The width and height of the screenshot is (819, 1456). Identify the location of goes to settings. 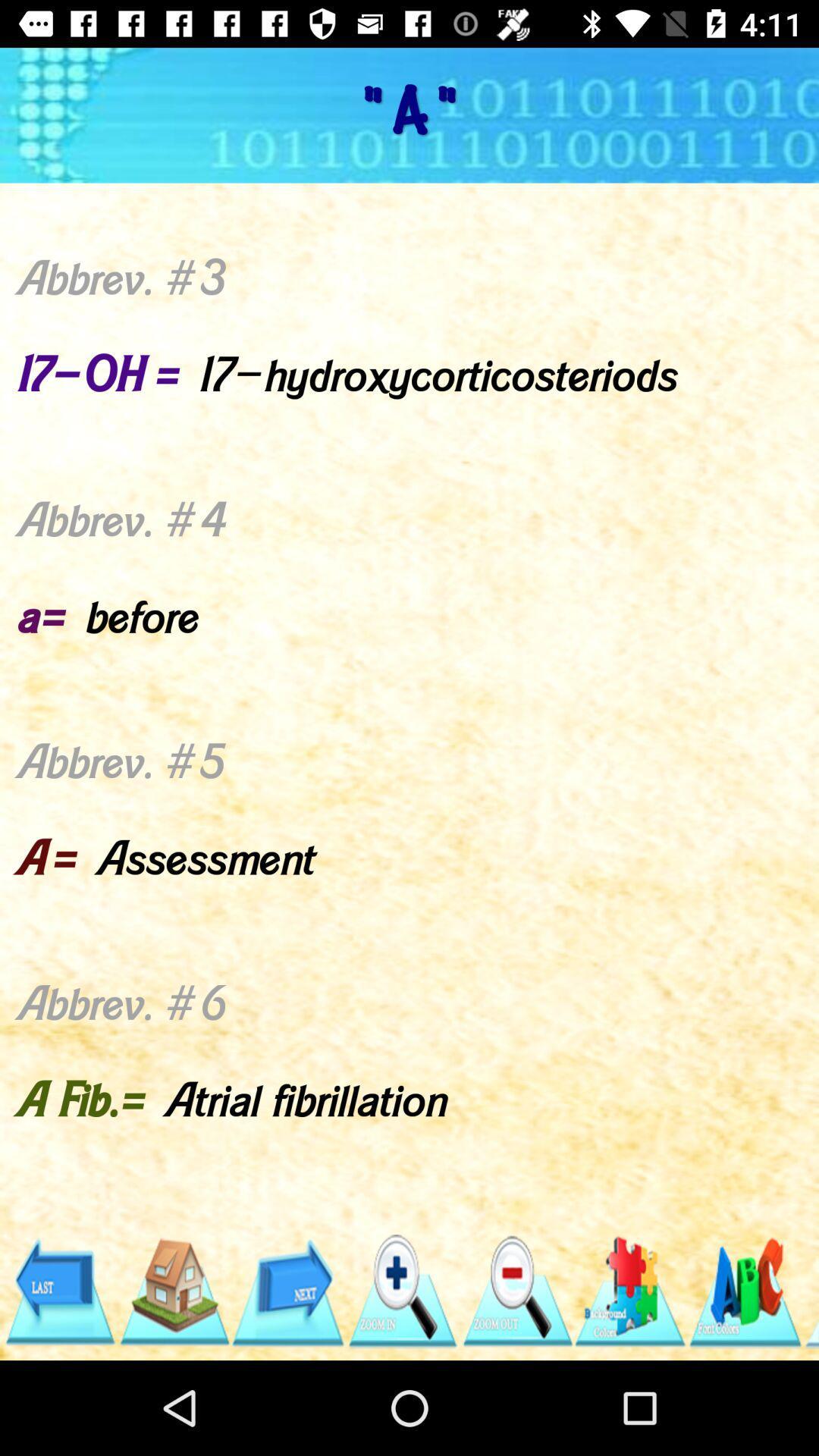
(631, 1291).